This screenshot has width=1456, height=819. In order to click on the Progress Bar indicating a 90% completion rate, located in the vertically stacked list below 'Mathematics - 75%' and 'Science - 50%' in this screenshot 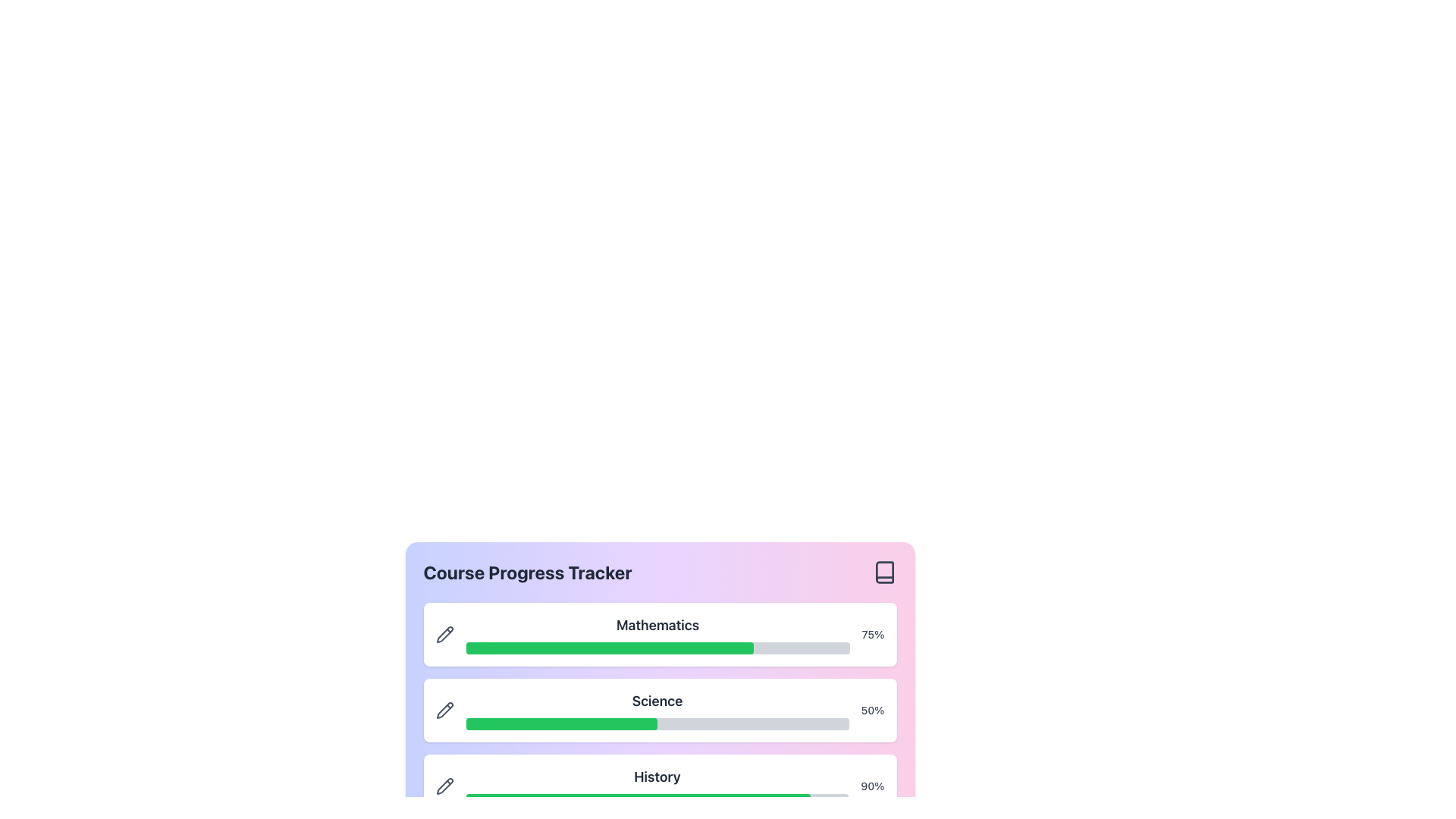, I will do `click(660, 786)`.